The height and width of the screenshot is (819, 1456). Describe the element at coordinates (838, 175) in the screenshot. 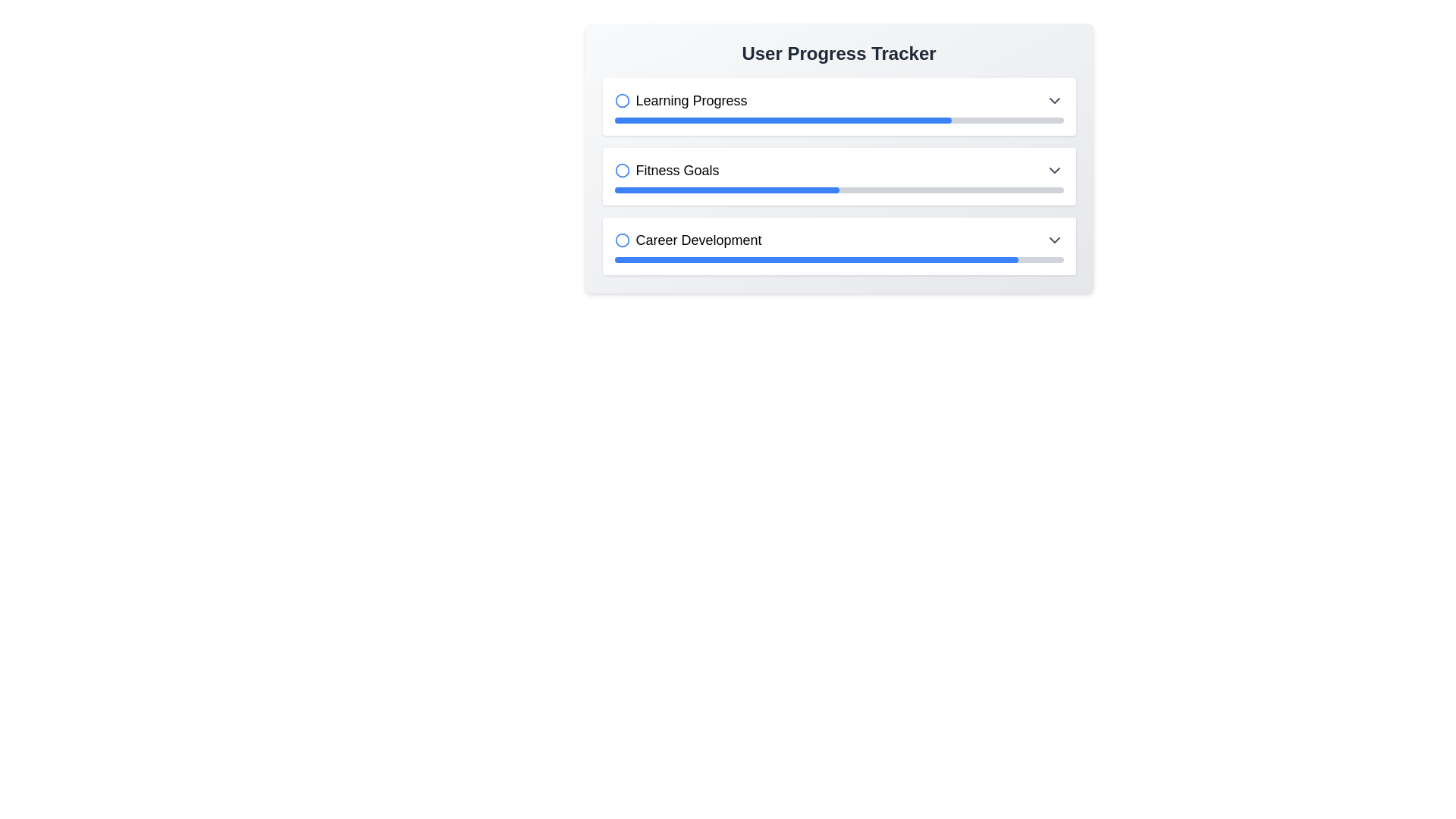

I see `the second Progress tracker entry in the 'User Progress Tracker' section` at that location.